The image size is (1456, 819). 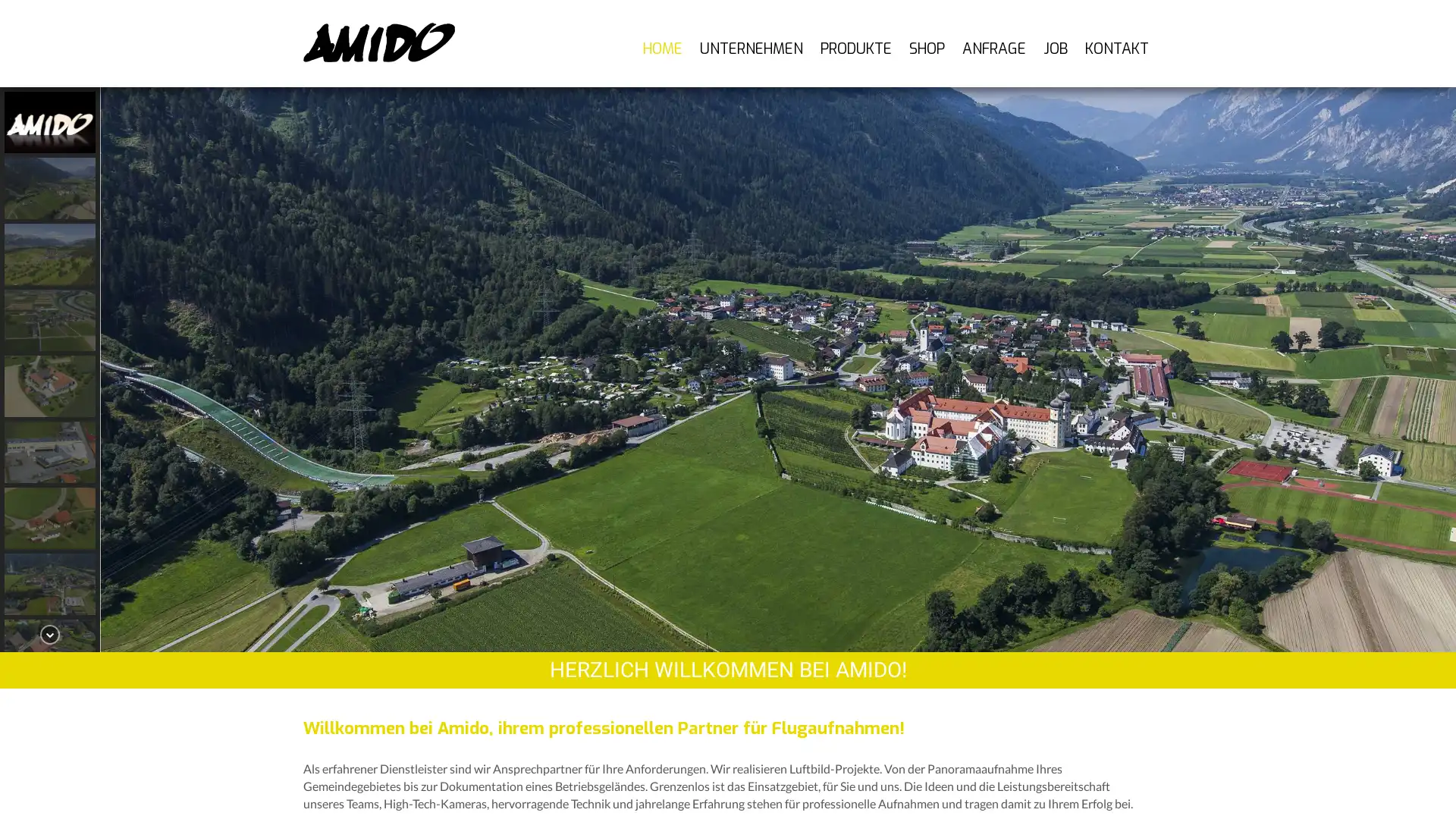 What do you see at coordinates (50, 782) in the screenshot?
I see `Thumbnail 5 - copy - copy - copy - copy - copy` at bounding box center [50, 782].